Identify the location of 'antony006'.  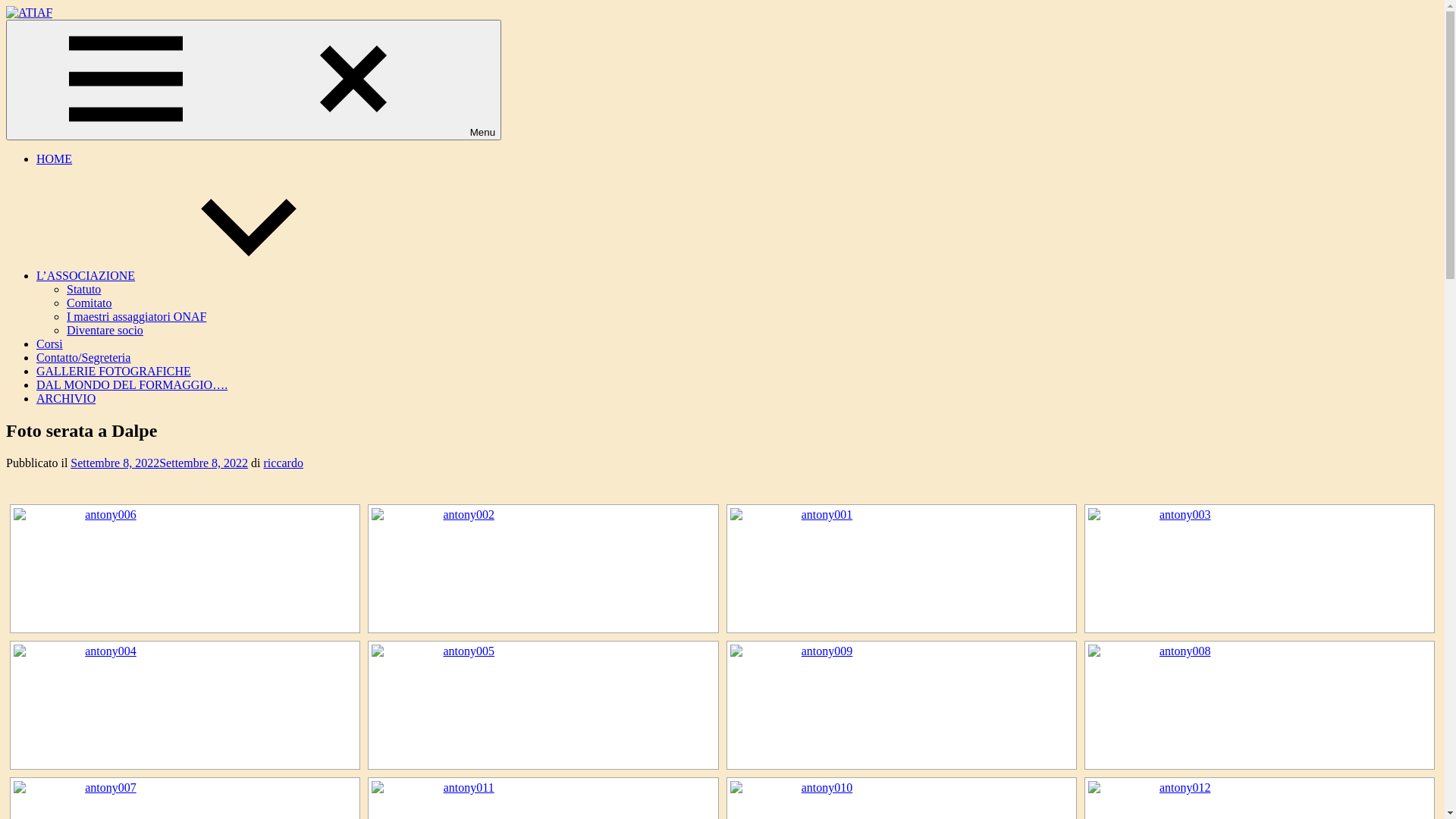
(104, 568).